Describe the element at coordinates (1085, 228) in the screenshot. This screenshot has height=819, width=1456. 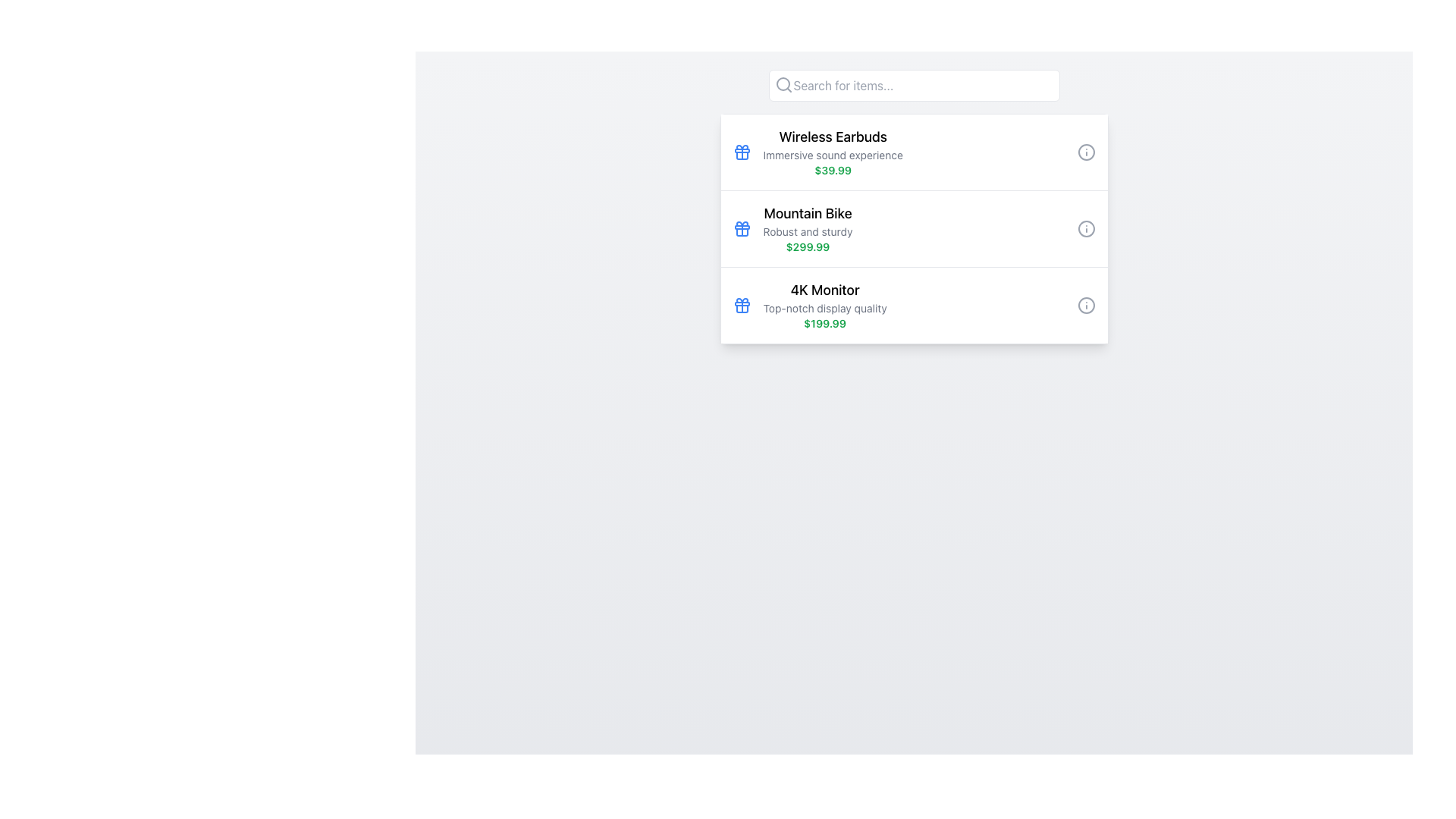
I see `the circular information icon with a light gray outline located at the far right of the 'Mountain Bike' product card` at that location.